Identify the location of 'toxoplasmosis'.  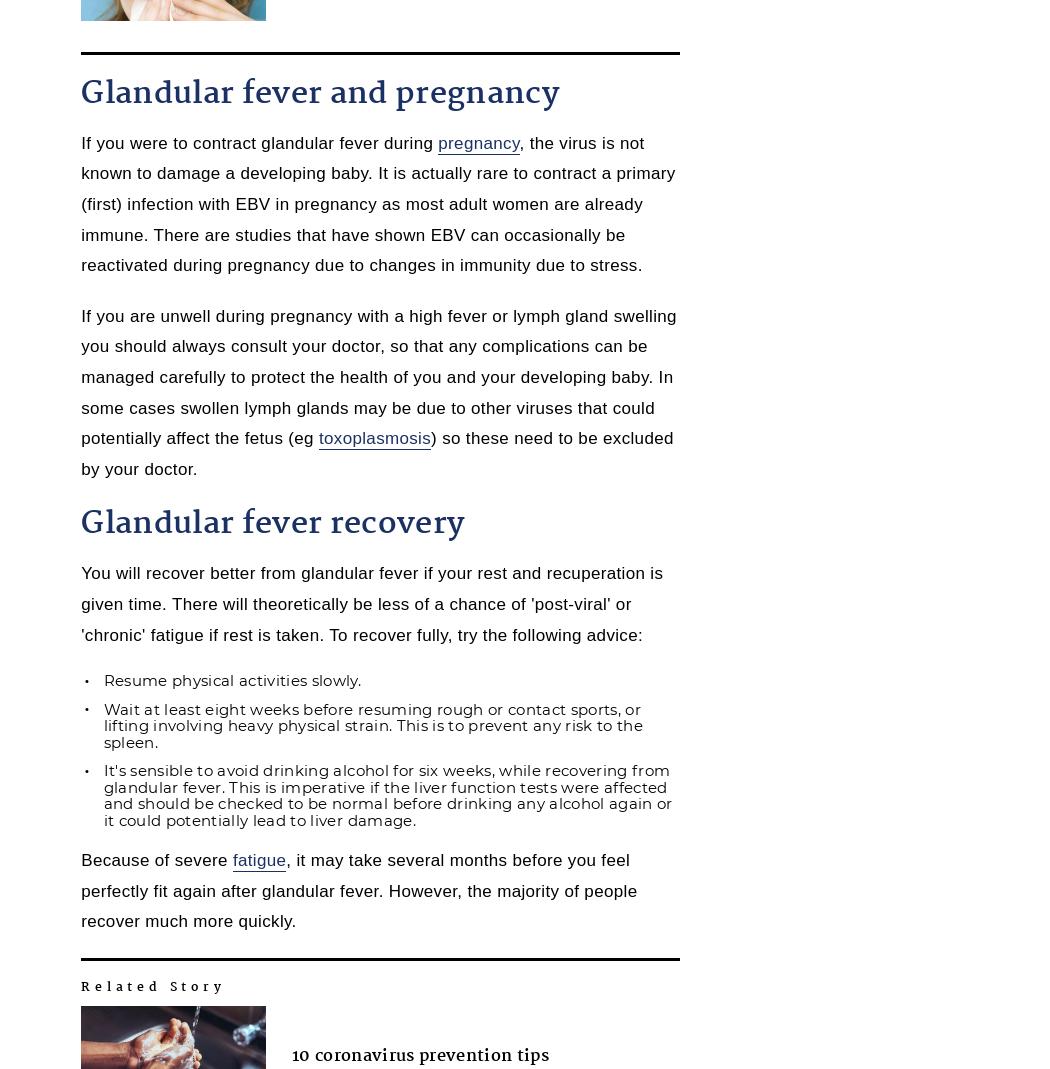
(373, 437).